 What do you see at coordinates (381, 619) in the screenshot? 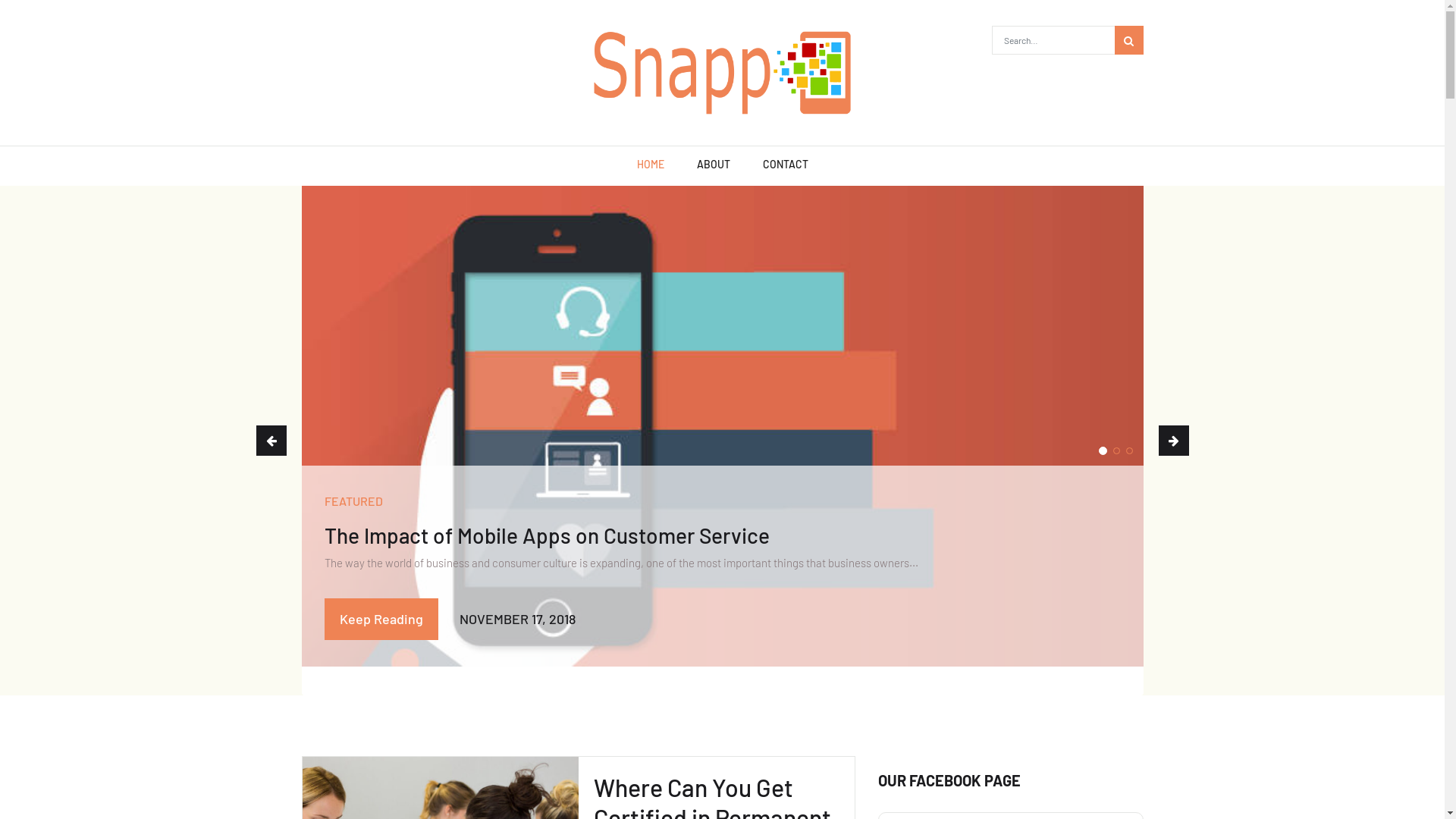
I see `'Keep Reading'` at bounding box center [381, 619].